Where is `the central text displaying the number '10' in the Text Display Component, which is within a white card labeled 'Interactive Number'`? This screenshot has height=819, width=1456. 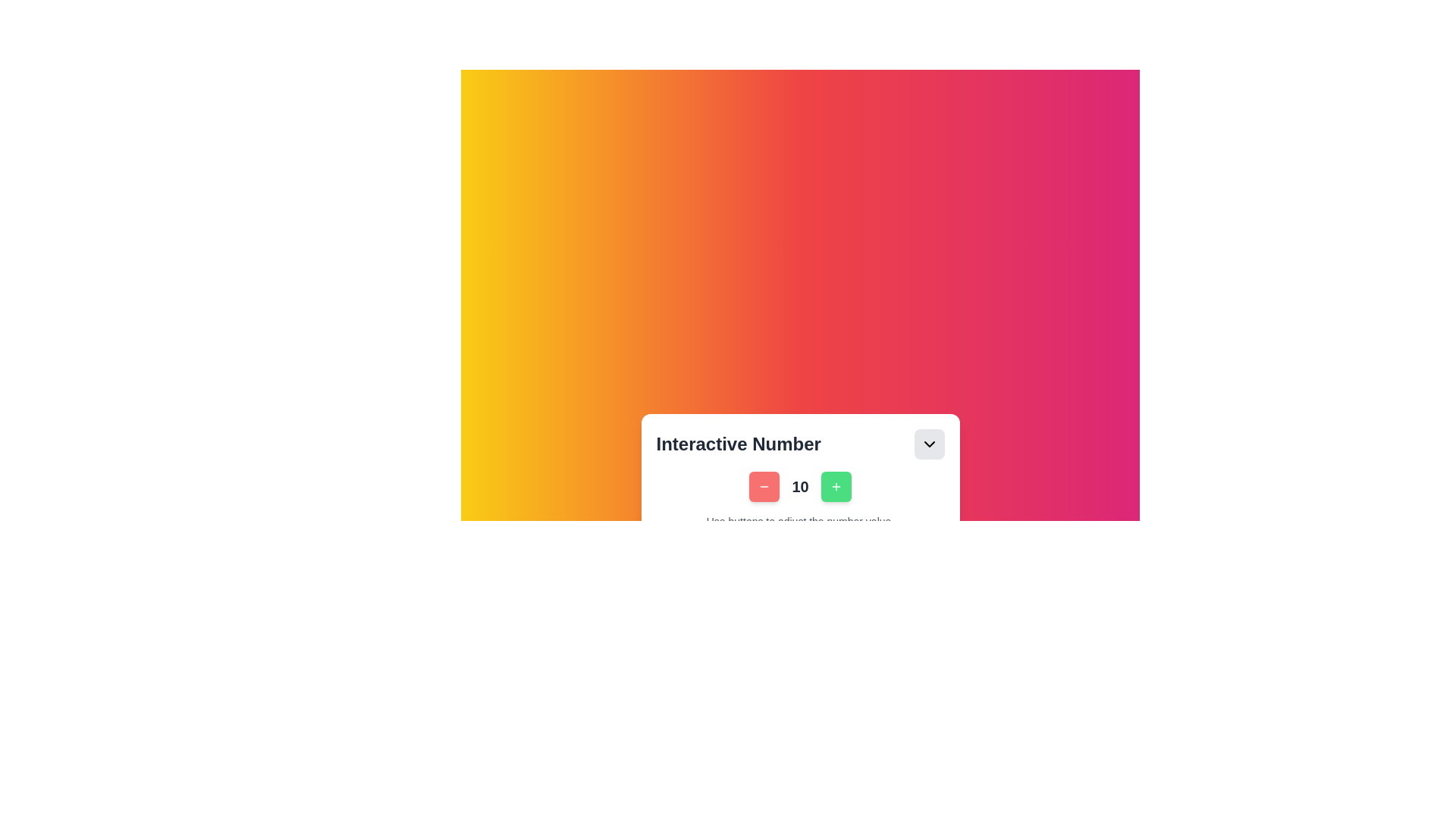
the central text displaying the number '10' in the Text Display Component, which is within a white card labeled 'Interactive Number' is located at coordinates (799, 479).